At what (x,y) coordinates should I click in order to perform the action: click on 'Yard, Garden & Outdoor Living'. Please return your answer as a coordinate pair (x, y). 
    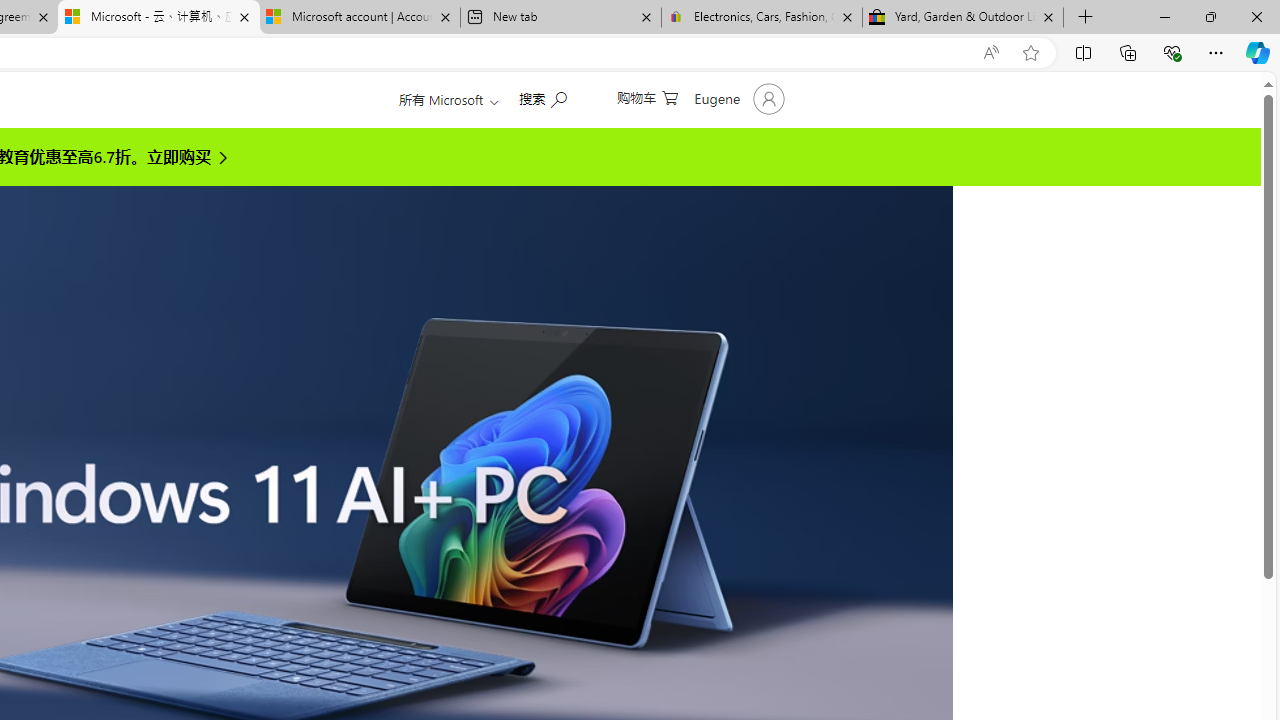
    Looking at the image, I should click on (963, 17).